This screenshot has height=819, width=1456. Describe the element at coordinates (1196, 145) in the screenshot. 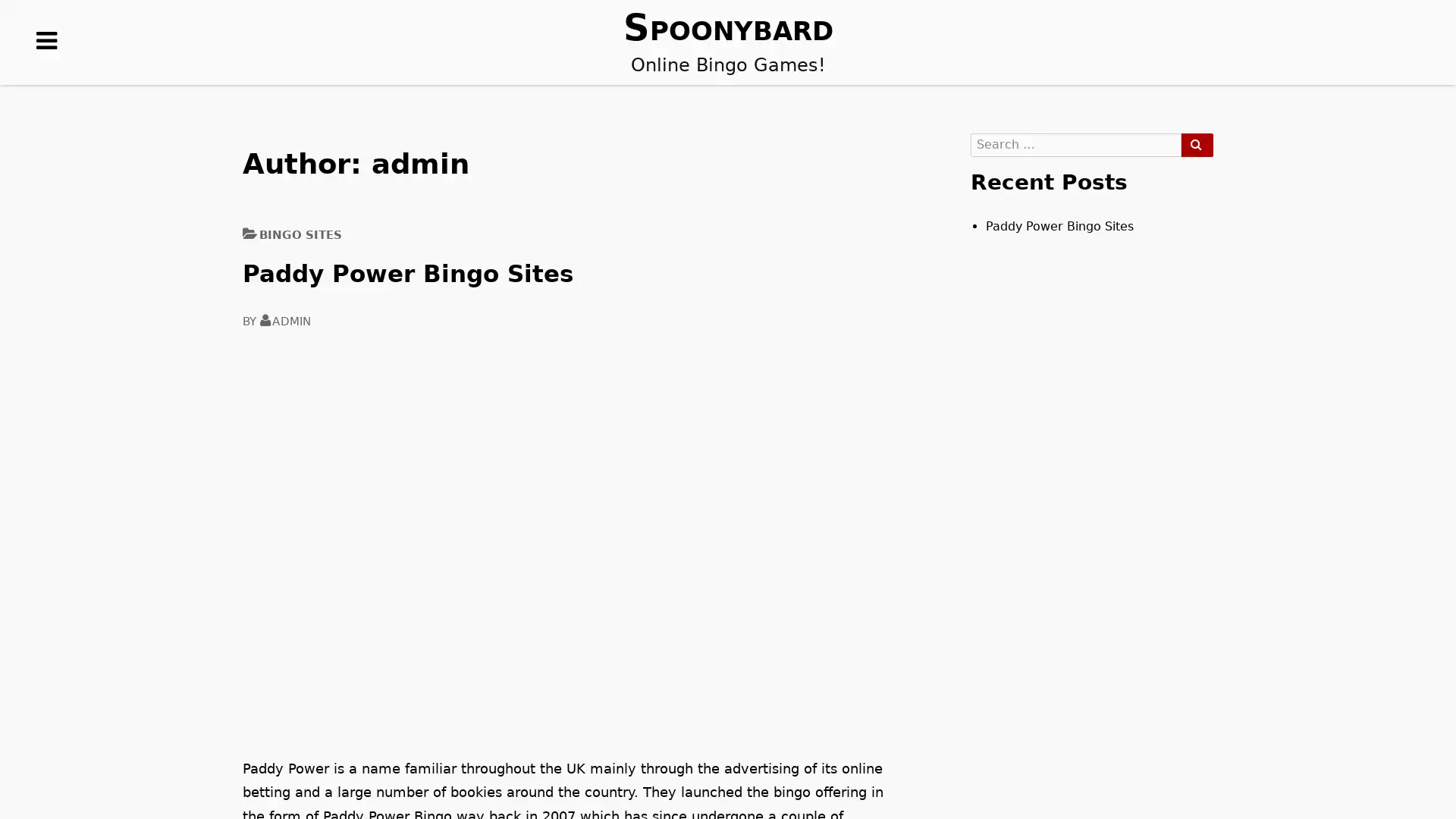

I see `SEARCH` at that location.